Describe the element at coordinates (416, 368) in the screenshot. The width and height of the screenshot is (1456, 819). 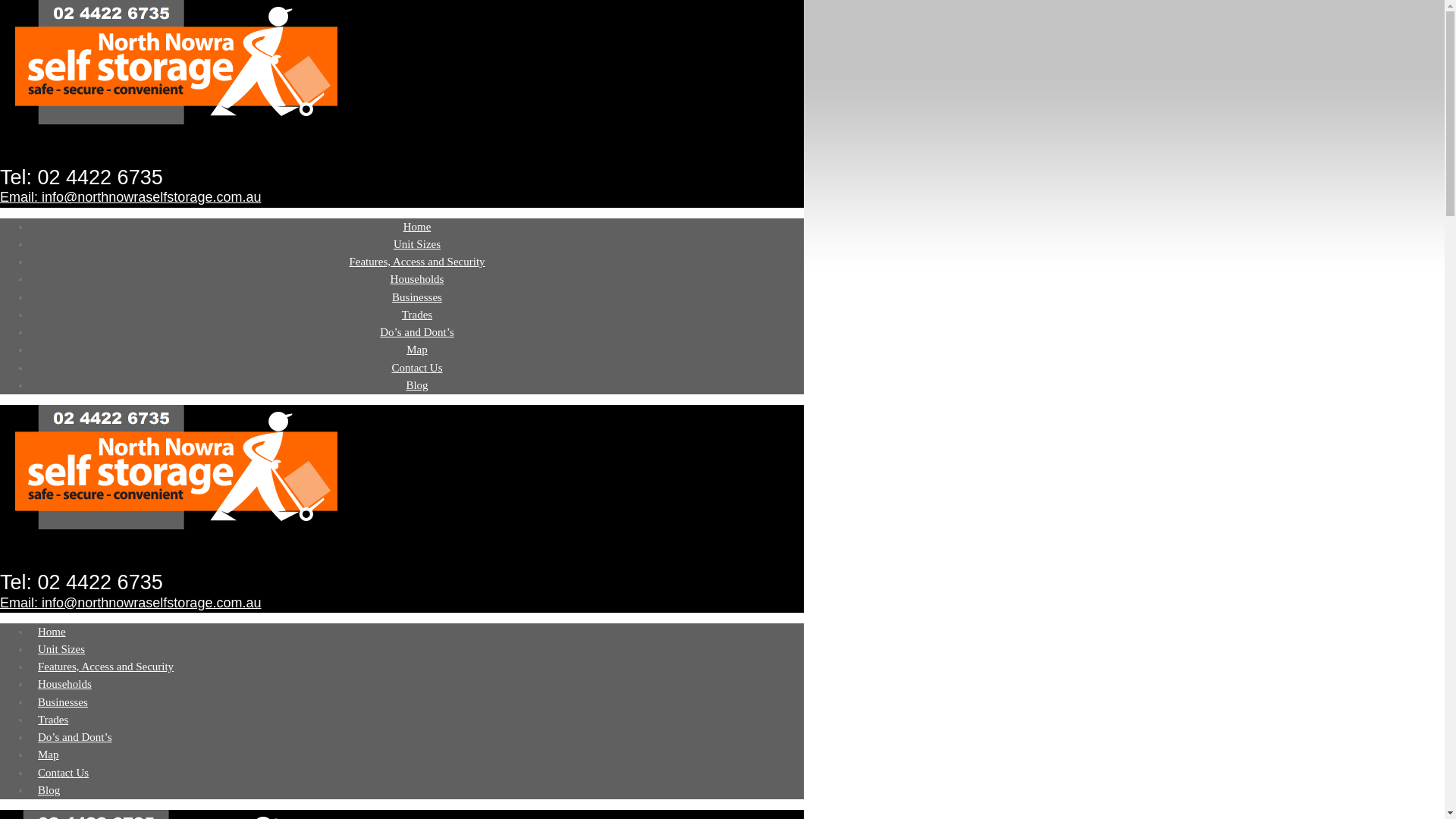
I see `'Contact Us'` at that location.